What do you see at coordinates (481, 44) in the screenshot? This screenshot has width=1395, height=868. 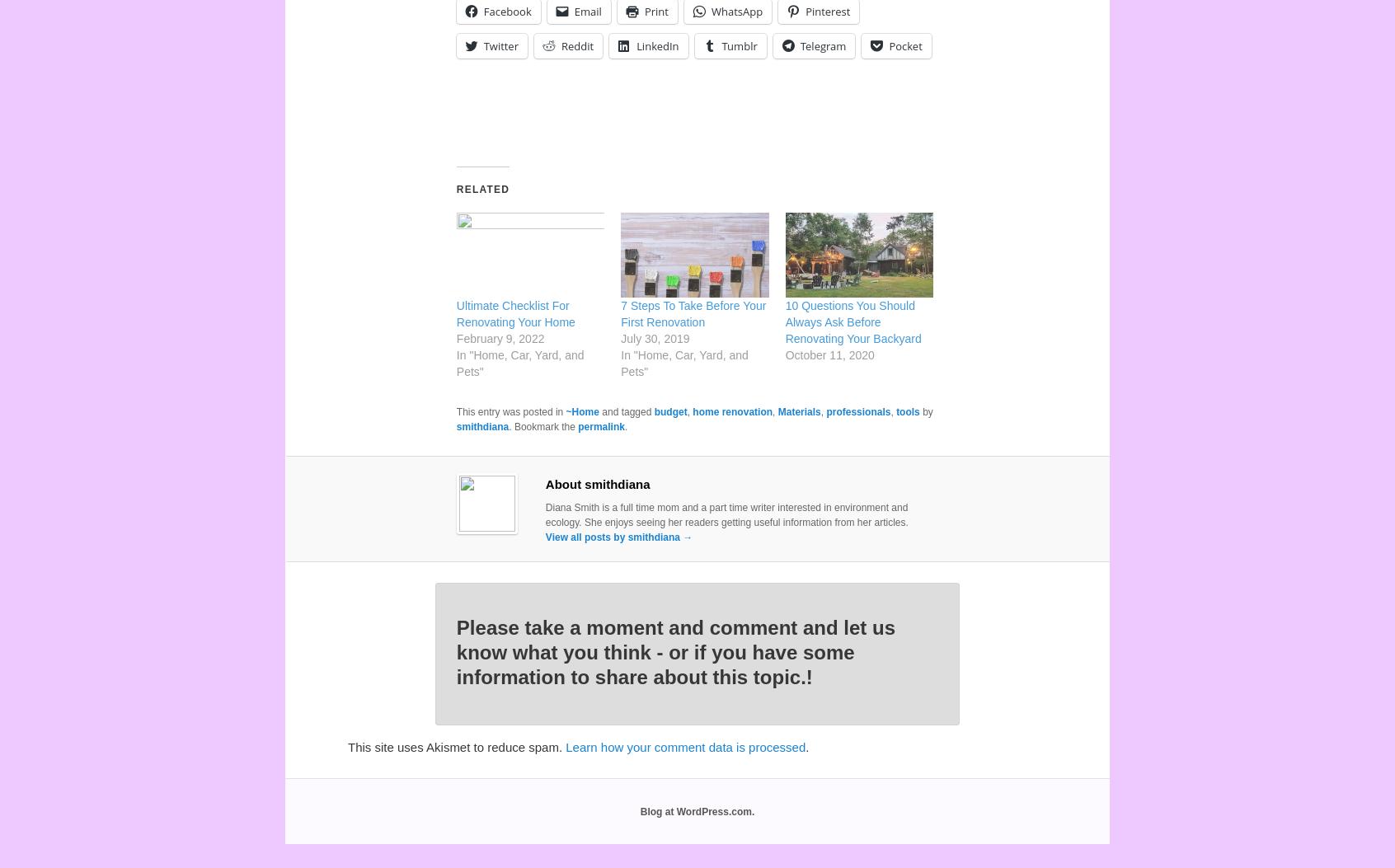 I see `'Twitter'` at bounding box center [481, 44].